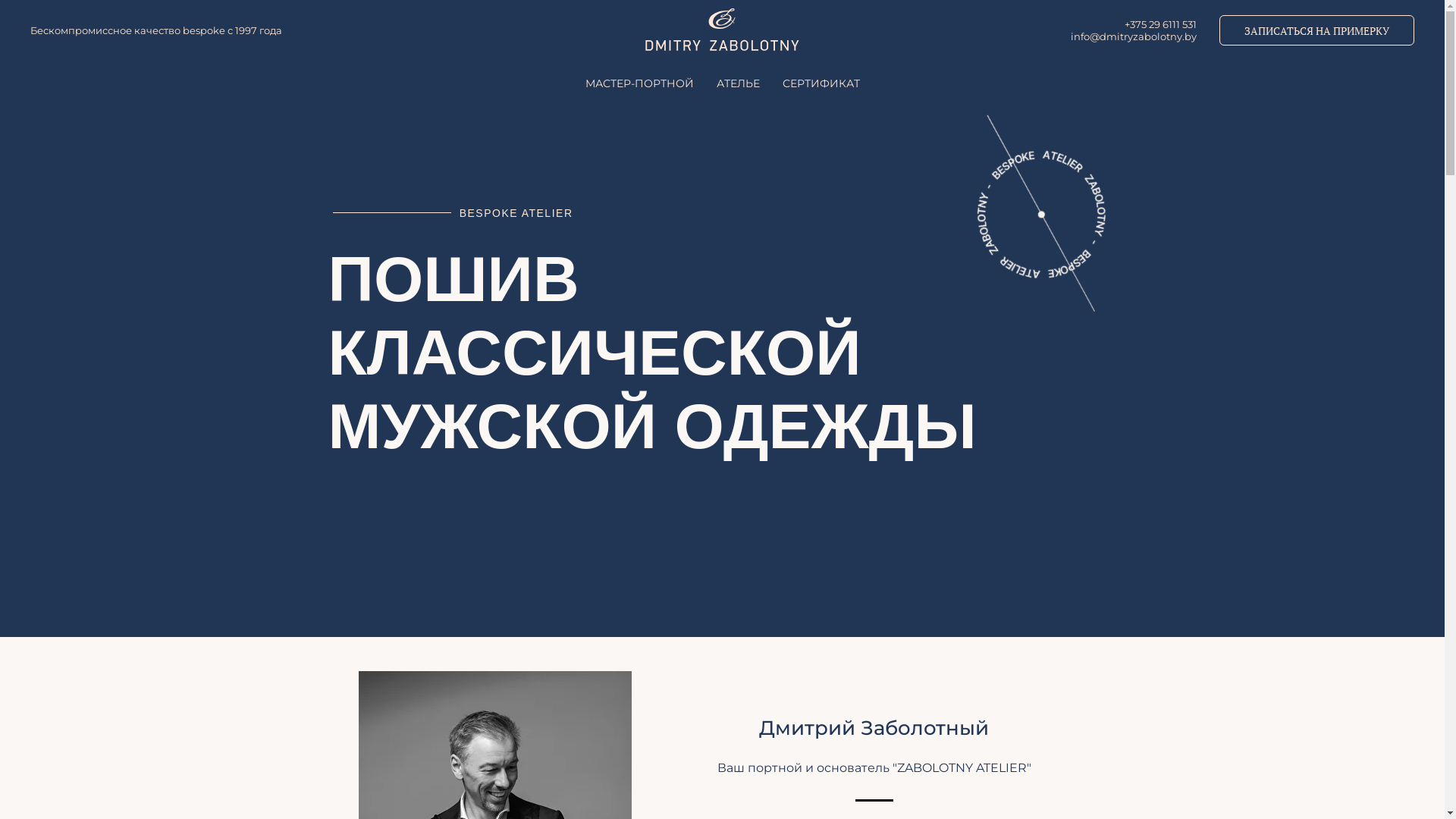 The height and width of the screenshot is (819, 1456). What do you see at coordinates (1159, 24) in the screenshot?
I see `'+375 29 6111 531'` at bounding box center [1159, 24].